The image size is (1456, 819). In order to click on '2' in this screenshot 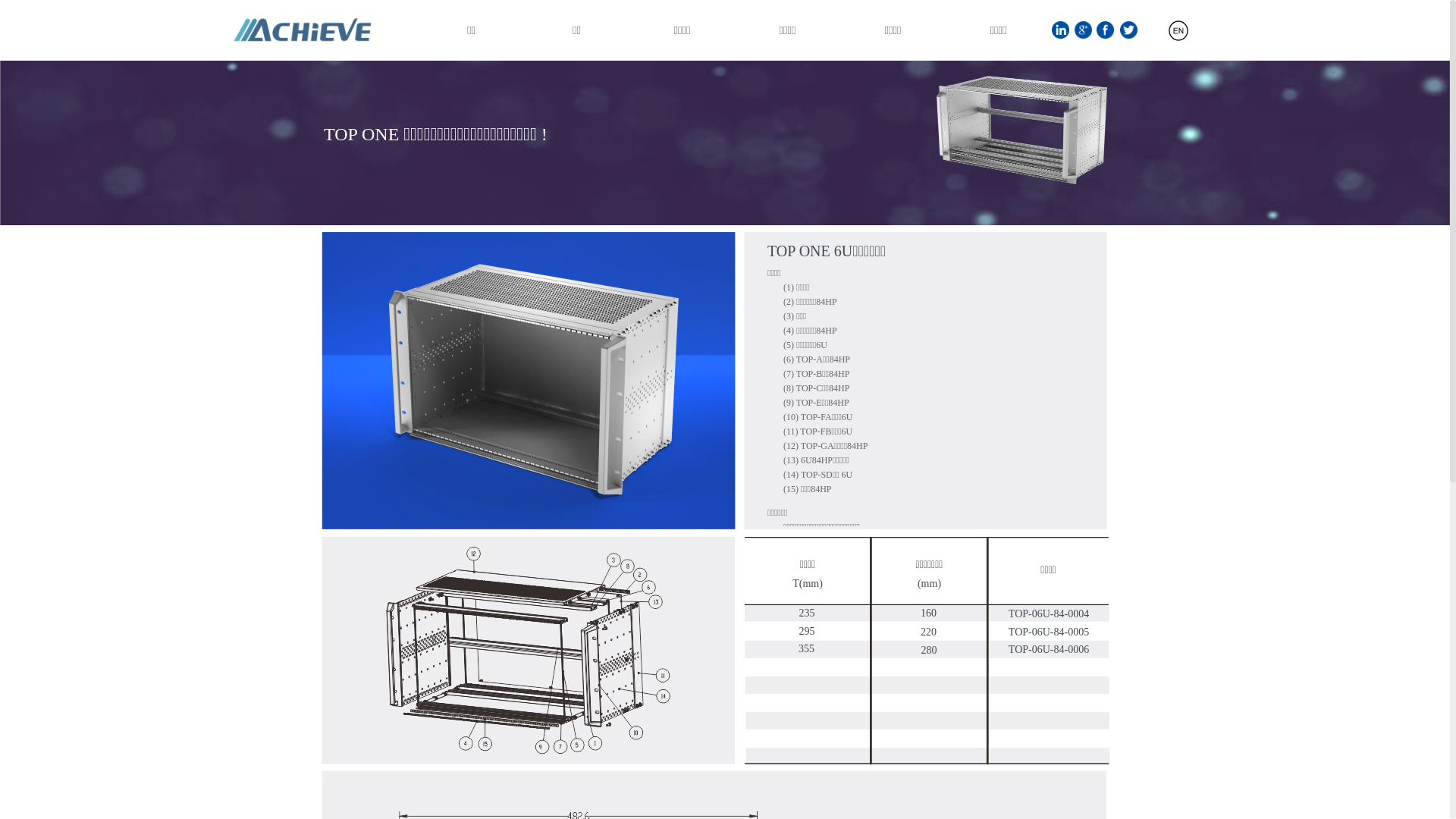, I will do `click(924, 379)`.